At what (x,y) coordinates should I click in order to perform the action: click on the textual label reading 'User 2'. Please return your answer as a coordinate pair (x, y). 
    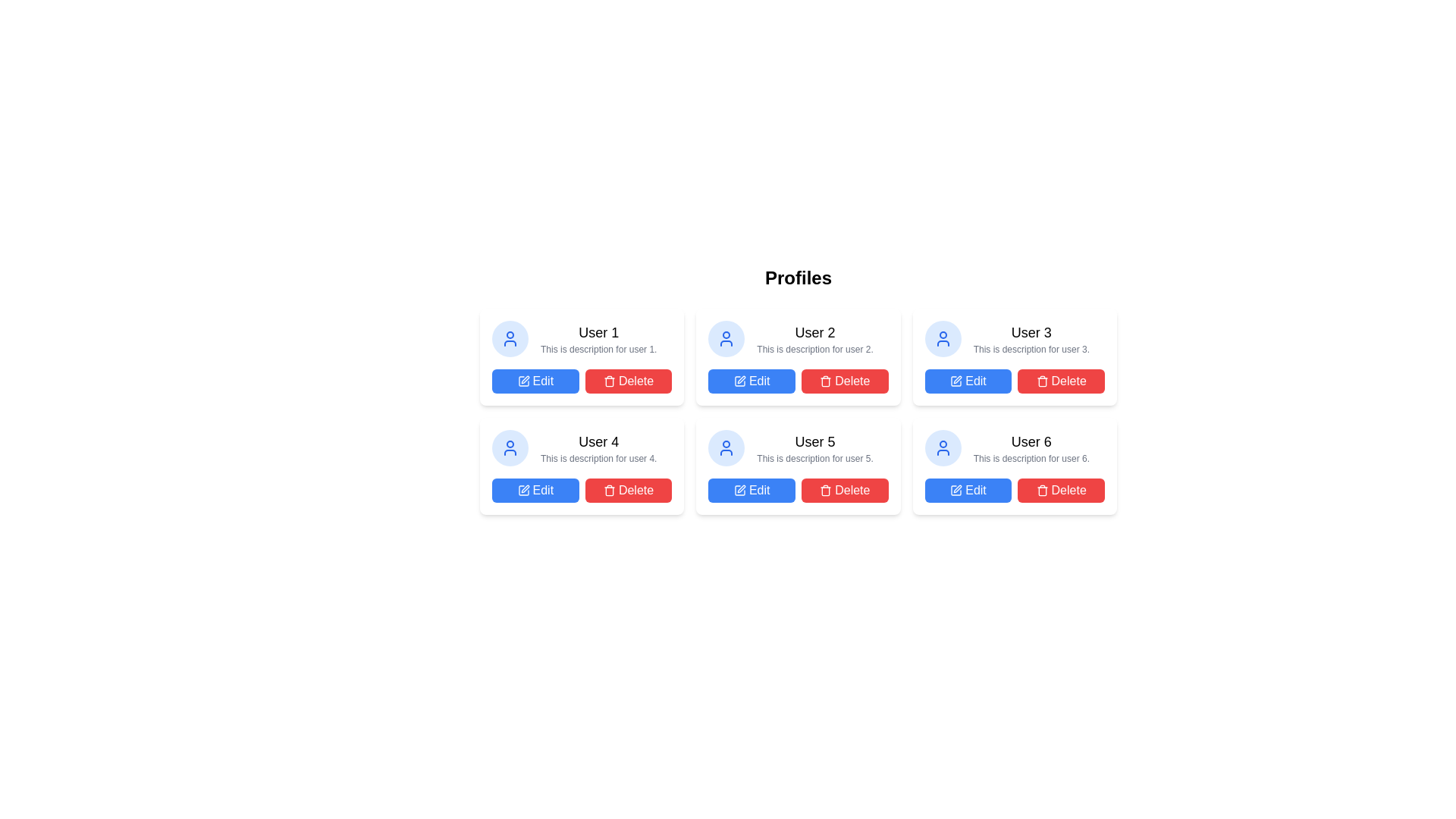
    Looking at the image, I should click on (814, 332).